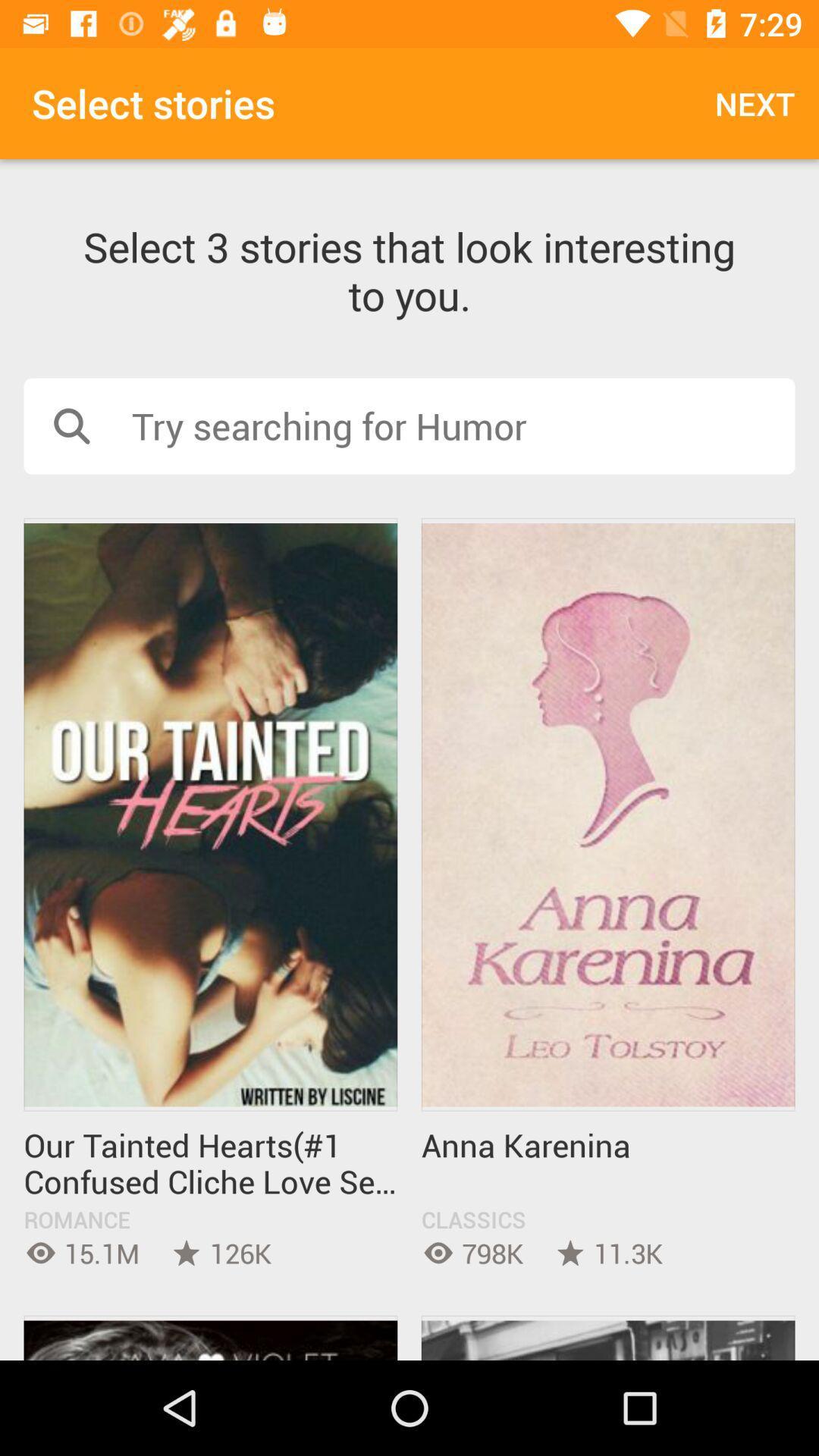 This screenshot has width=819, height=1456. I want to click on the icon to the right of the select stories item, so click(755, 102).